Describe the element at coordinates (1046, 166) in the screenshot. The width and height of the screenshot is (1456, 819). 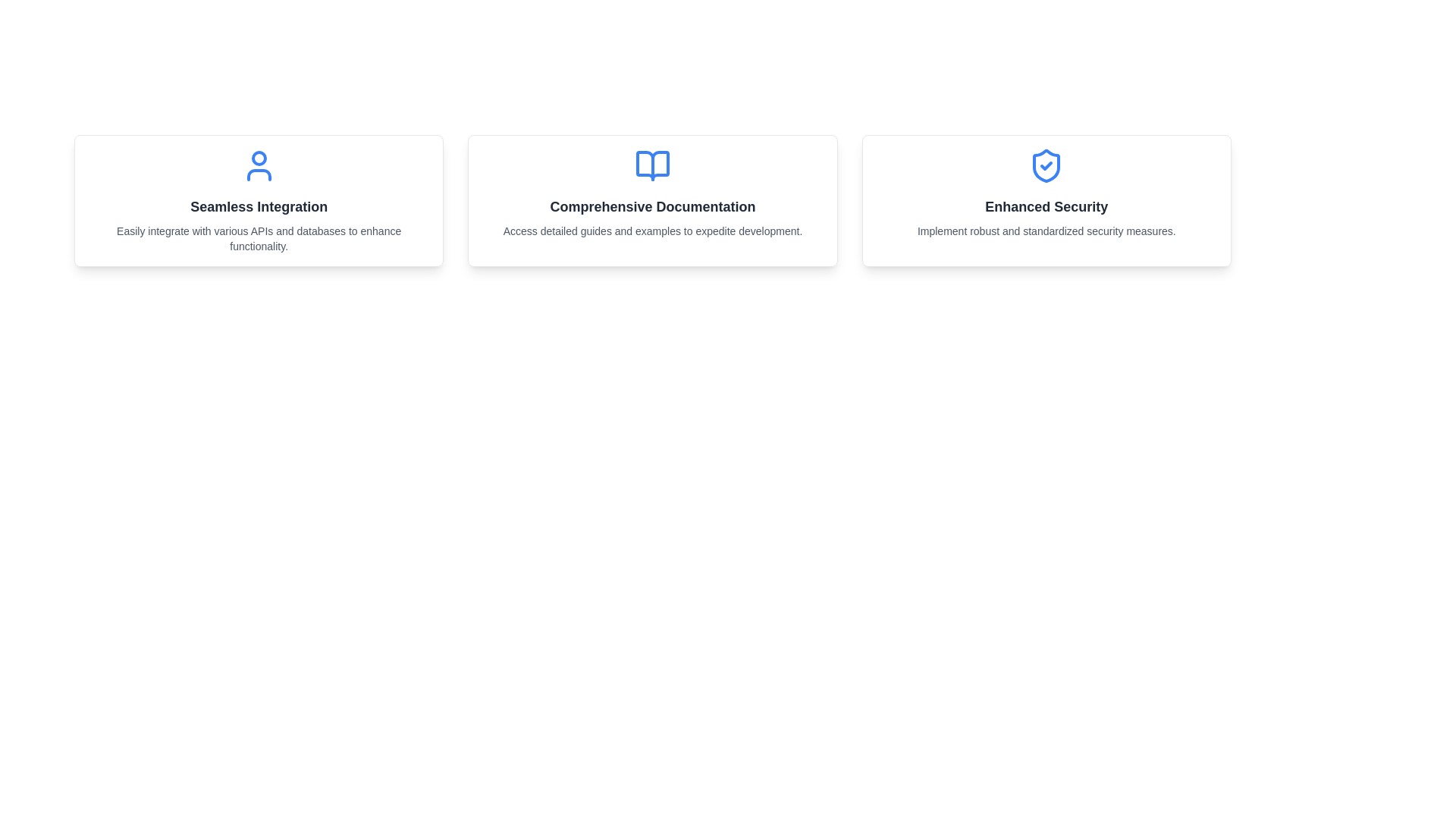
I see `the centered shield icon with a check mark in the 'Enhanced Security' block, which is styled in blue with black outlines` at that location.